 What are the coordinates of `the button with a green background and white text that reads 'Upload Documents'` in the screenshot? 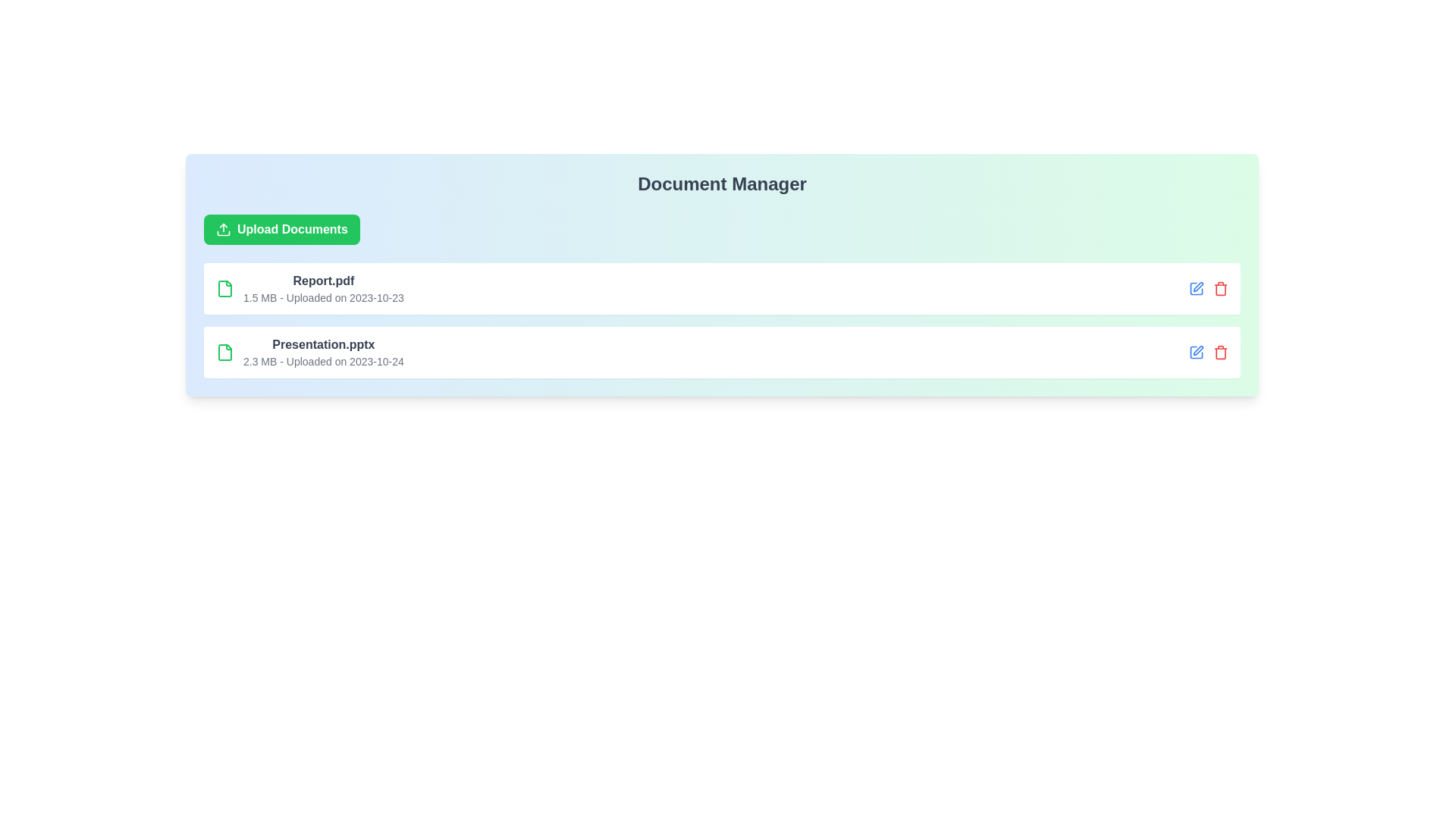 It's located at (281, 230).